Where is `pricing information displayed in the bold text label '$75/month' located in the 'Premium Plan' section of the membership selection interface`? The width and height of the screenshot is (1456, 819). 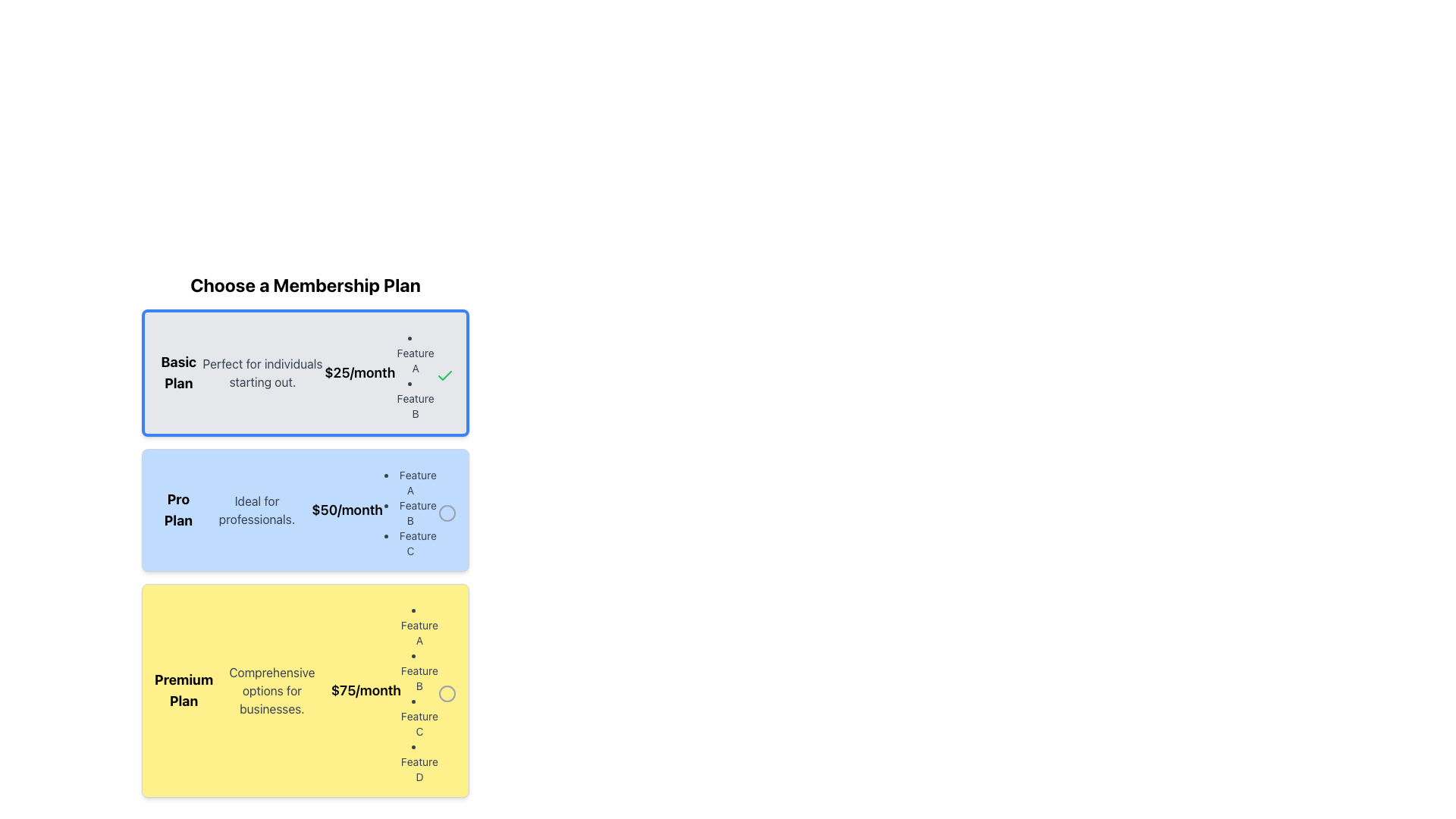
pricing information displayed in the bold text label '$75/month' located in the 'Premium Plan' section of the membership selection interface is located at coordinates (366, 690).